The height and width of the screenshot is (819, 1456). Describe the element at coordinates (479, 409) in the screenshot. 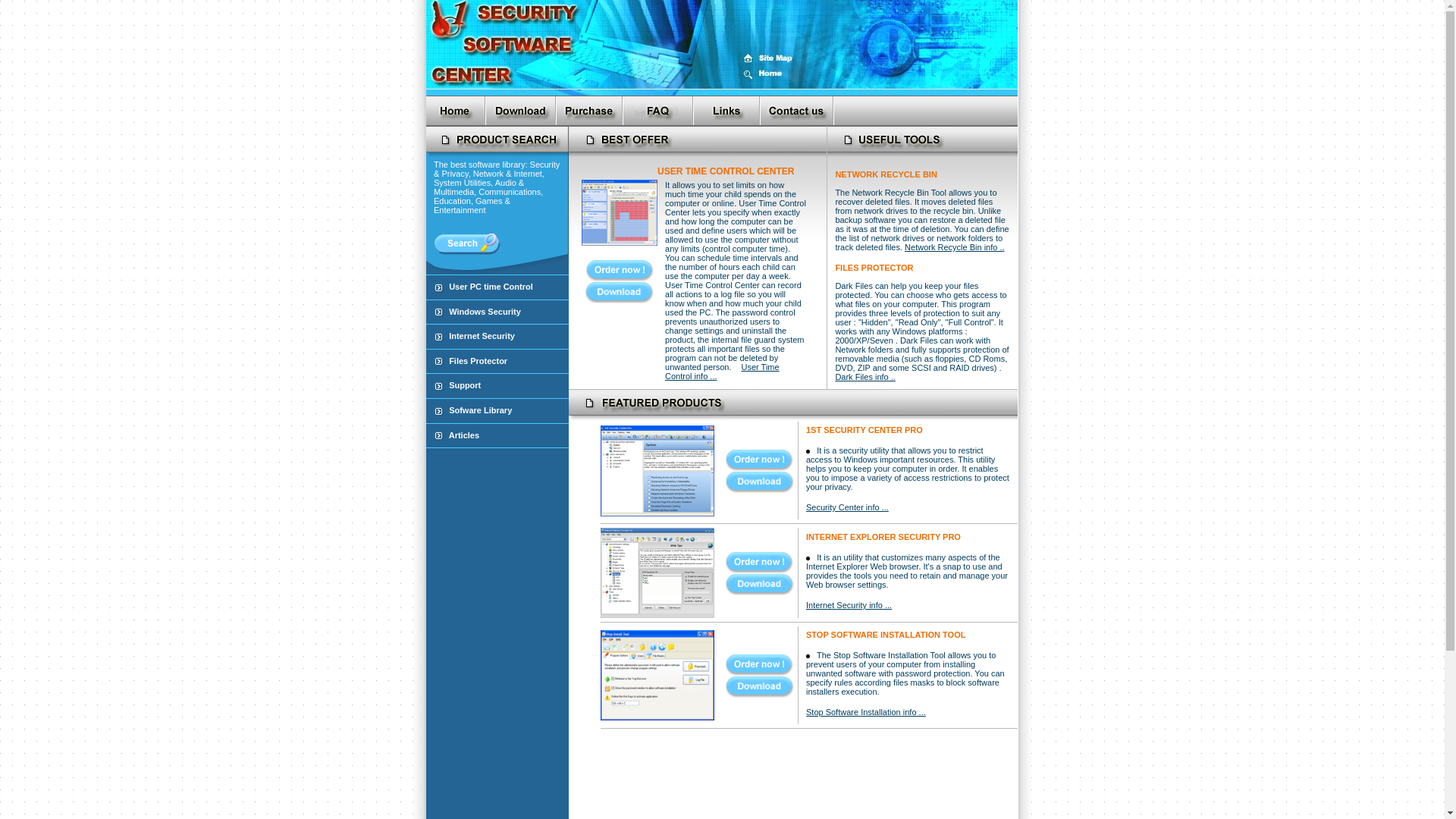

I see `'Sofware Library'` at that location.